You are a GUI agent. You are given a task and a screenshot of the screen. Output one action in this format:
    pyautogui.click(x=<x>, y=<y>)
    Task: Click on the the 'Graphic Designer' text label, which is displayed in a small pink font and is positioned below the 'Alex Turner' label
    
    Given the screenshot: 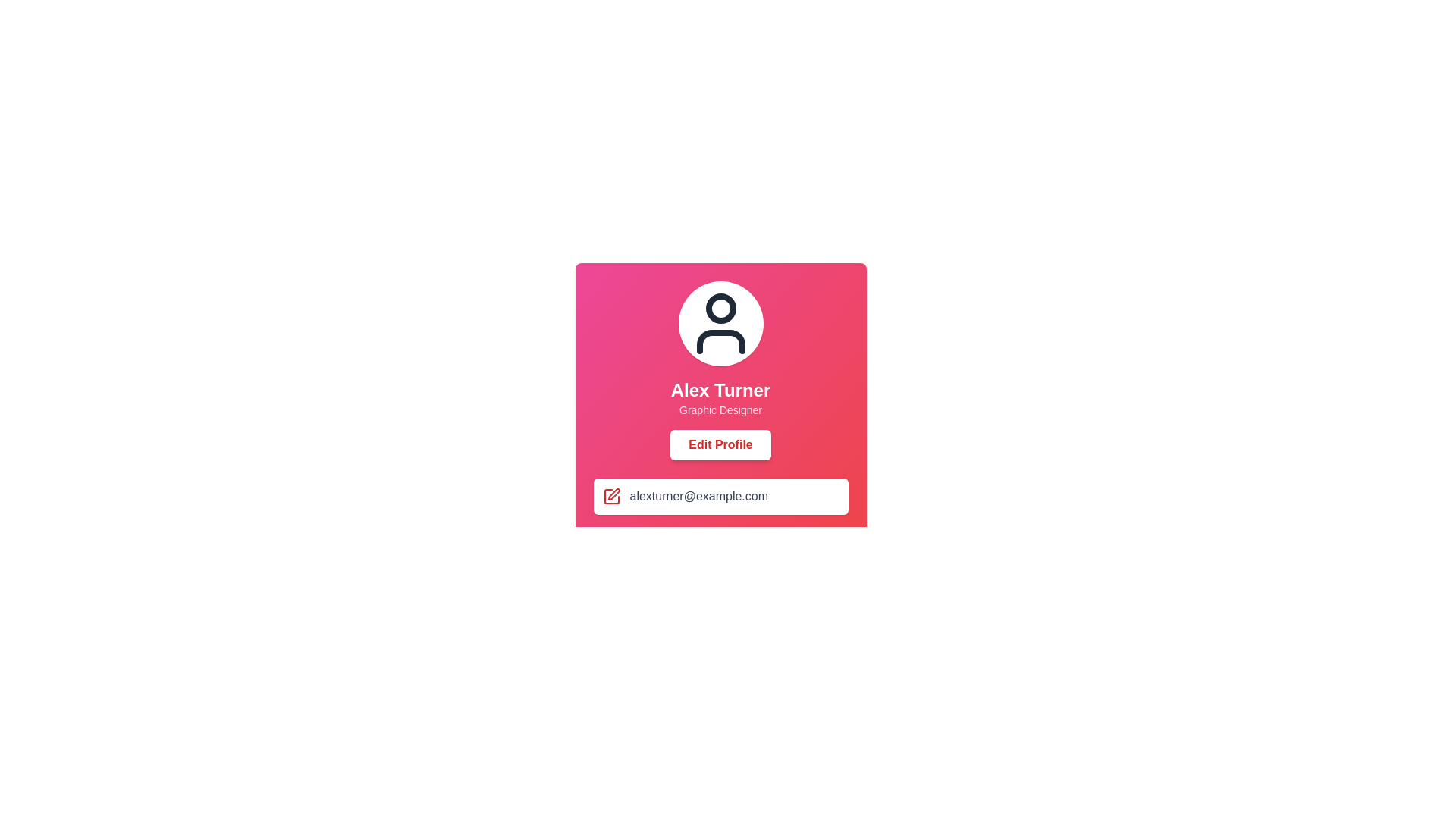 What is the action you would take?
    pyautogui.click(x=720, y=409)
    